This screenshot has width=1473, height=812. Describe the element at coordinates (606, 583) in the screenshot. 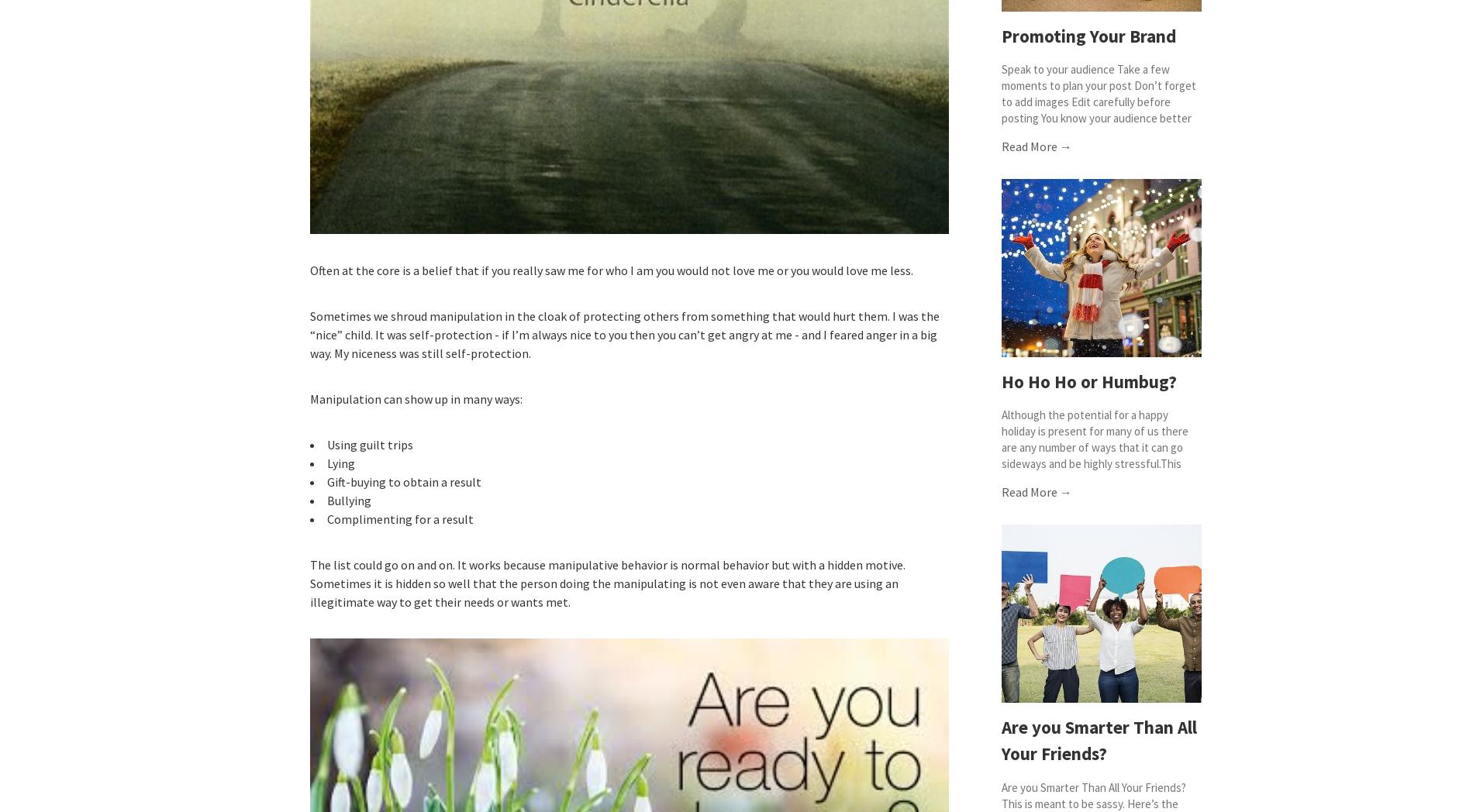

I see `'The list could go on and on. It works because manipulative behavior is normal behavior but with a hidden motive. Sometimes it is hidden so well that the person doing the manipulating is not even aware that they are using an illegitimate way to get their needs or wants met.'` at that location.